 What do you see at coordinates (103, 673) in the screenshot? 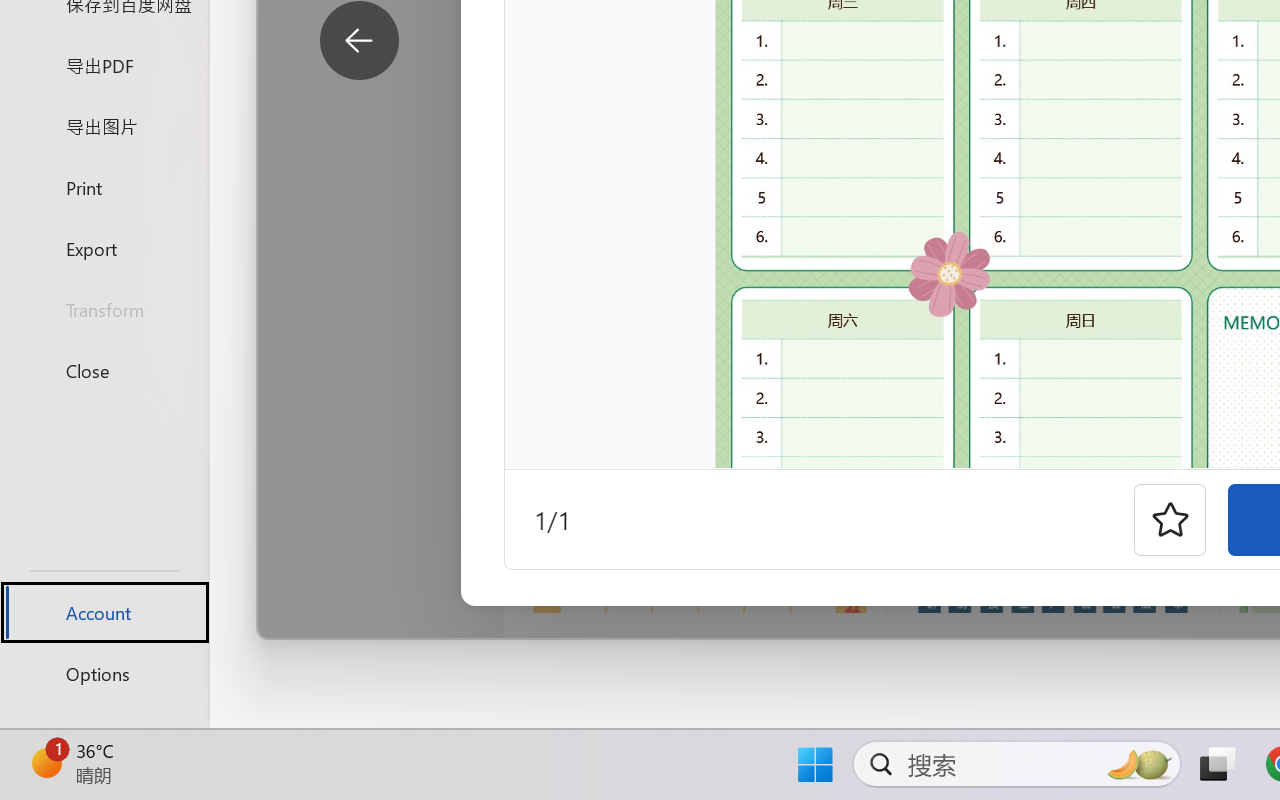
I see `'Options'` at bounding box center [103, 673].